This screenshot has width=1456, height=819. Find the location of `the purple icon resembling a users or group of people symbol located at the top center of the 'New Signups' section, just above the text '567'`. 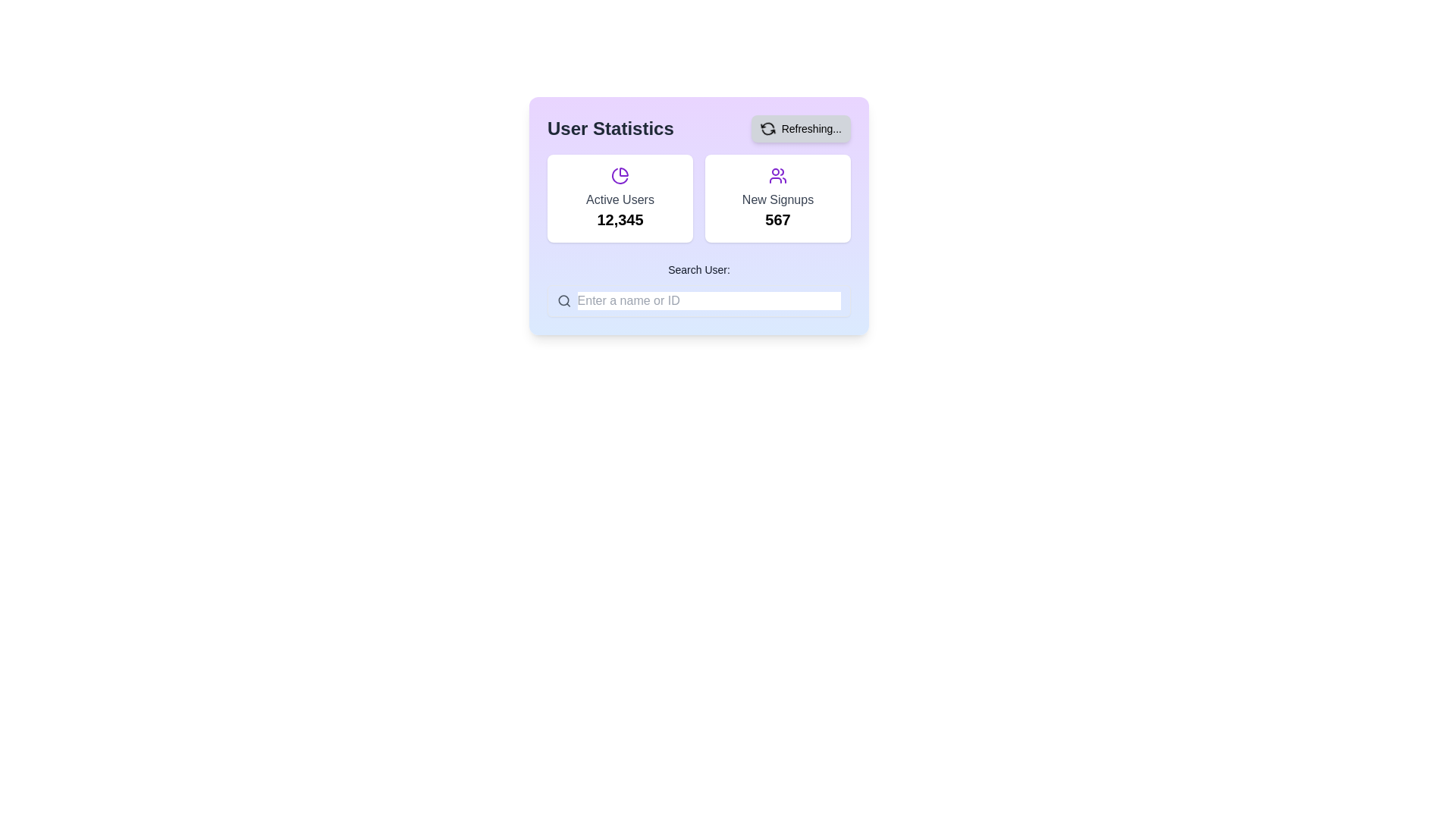

the purple icon resembling a users or group of people symbol located at the top center of the 'New Signups' section, just above the text '567' is located at coordinates (778, 174).